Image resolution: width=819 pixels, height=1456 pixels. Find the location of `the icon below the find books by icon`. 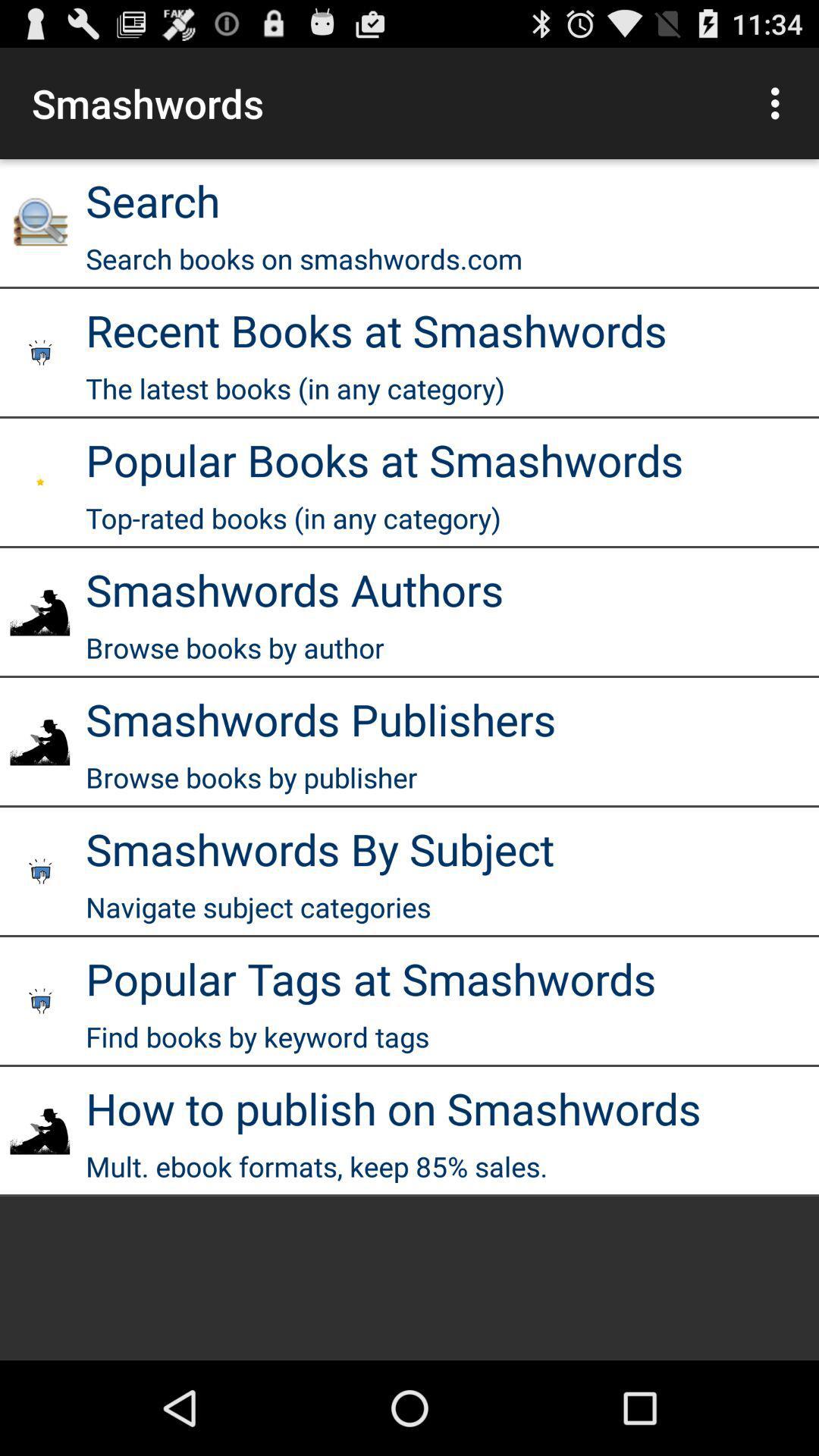

the icon below the find books by icon is located at coordinates (393, 1108).